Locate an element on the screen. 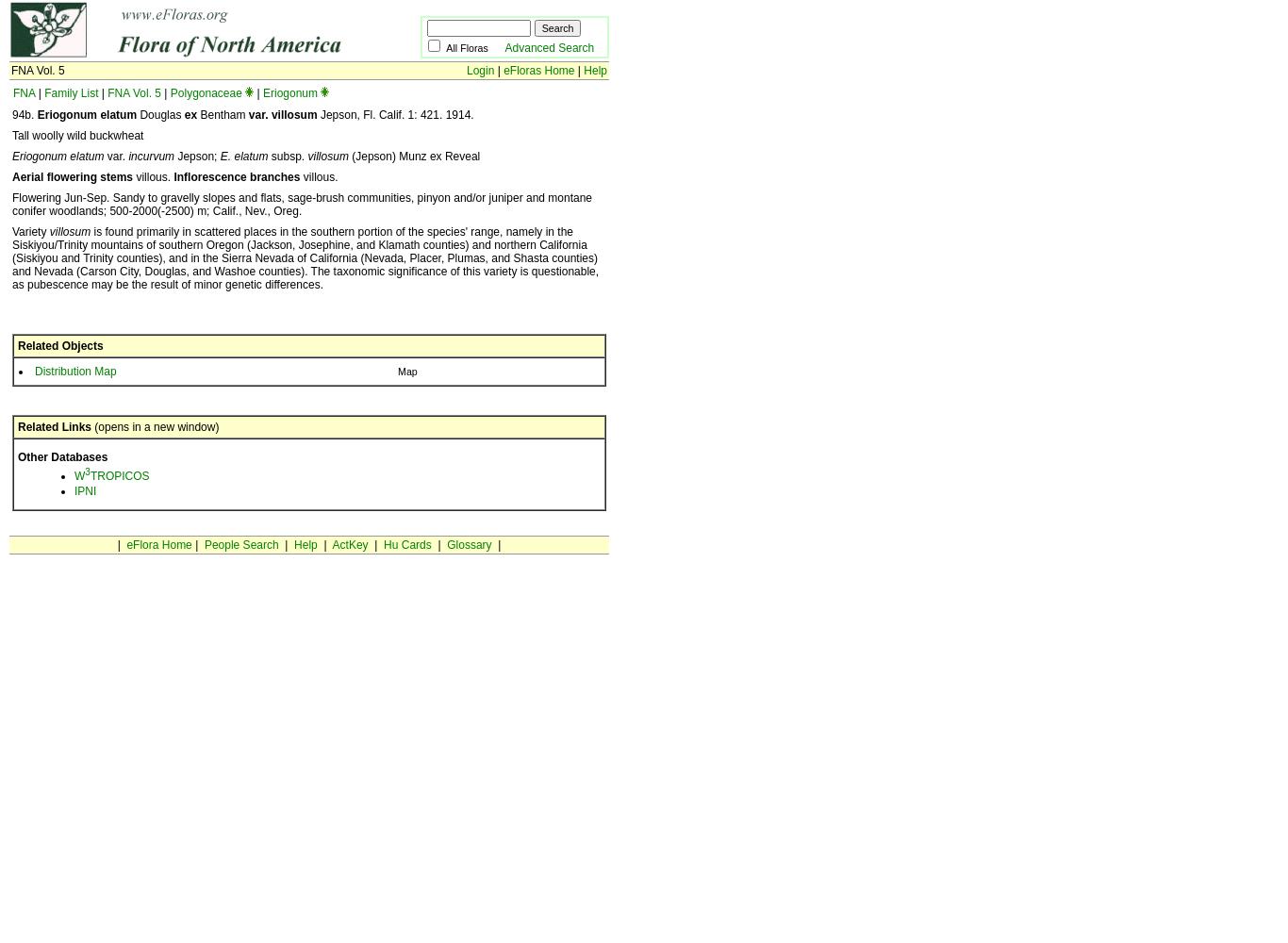 The width and height of the screenshot is (1288, 943). 'Variety' is located at coordinates (30, 231).